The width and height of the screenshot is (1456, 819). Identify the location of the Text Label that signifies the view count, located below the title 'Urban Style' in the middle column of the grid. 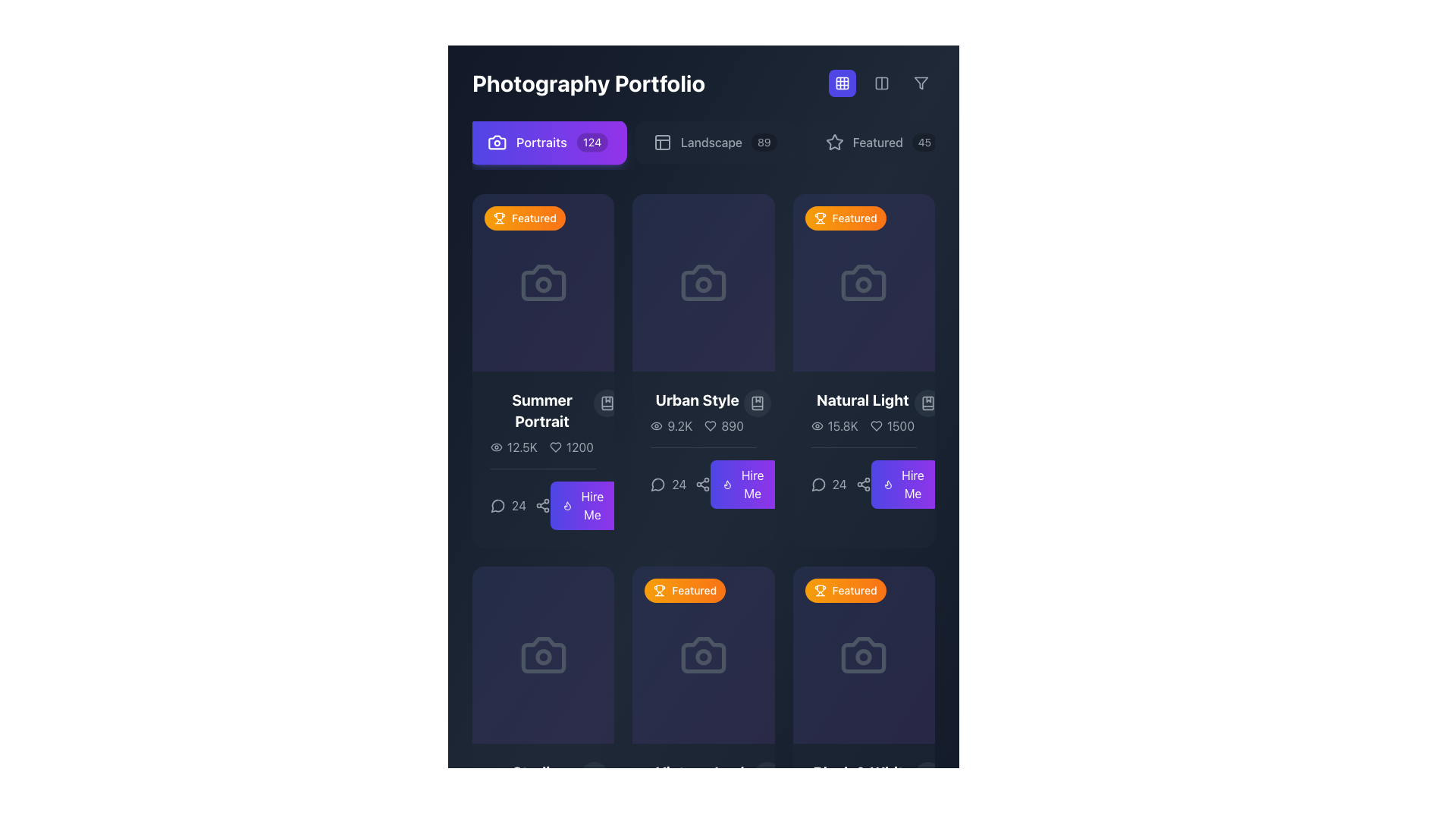
(670, 426).